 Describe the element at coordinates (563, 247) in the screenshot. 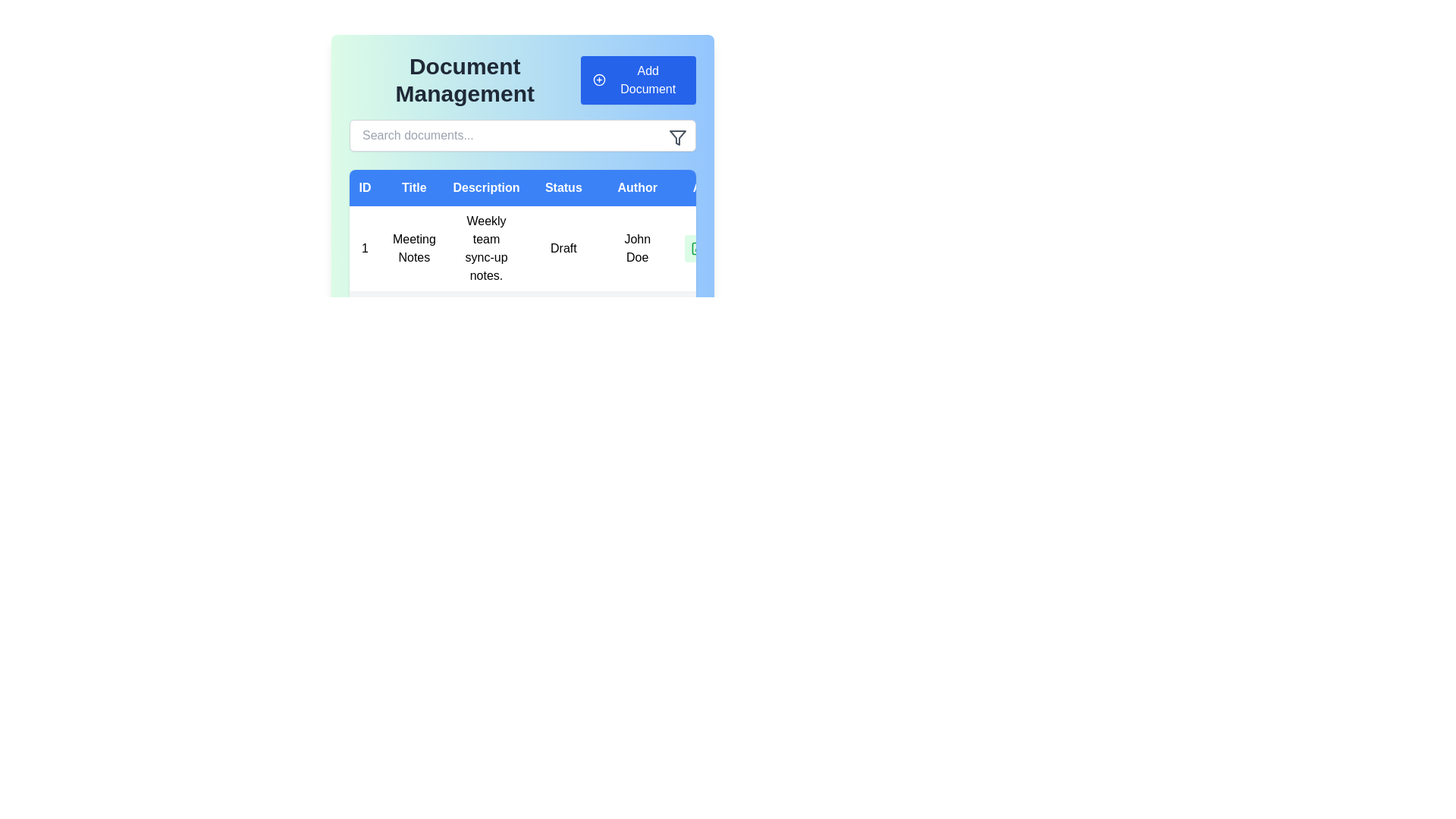

I see `the status label indicating the draft stage of the document in the fourth cell under the 'Status' column of the table` at that location.